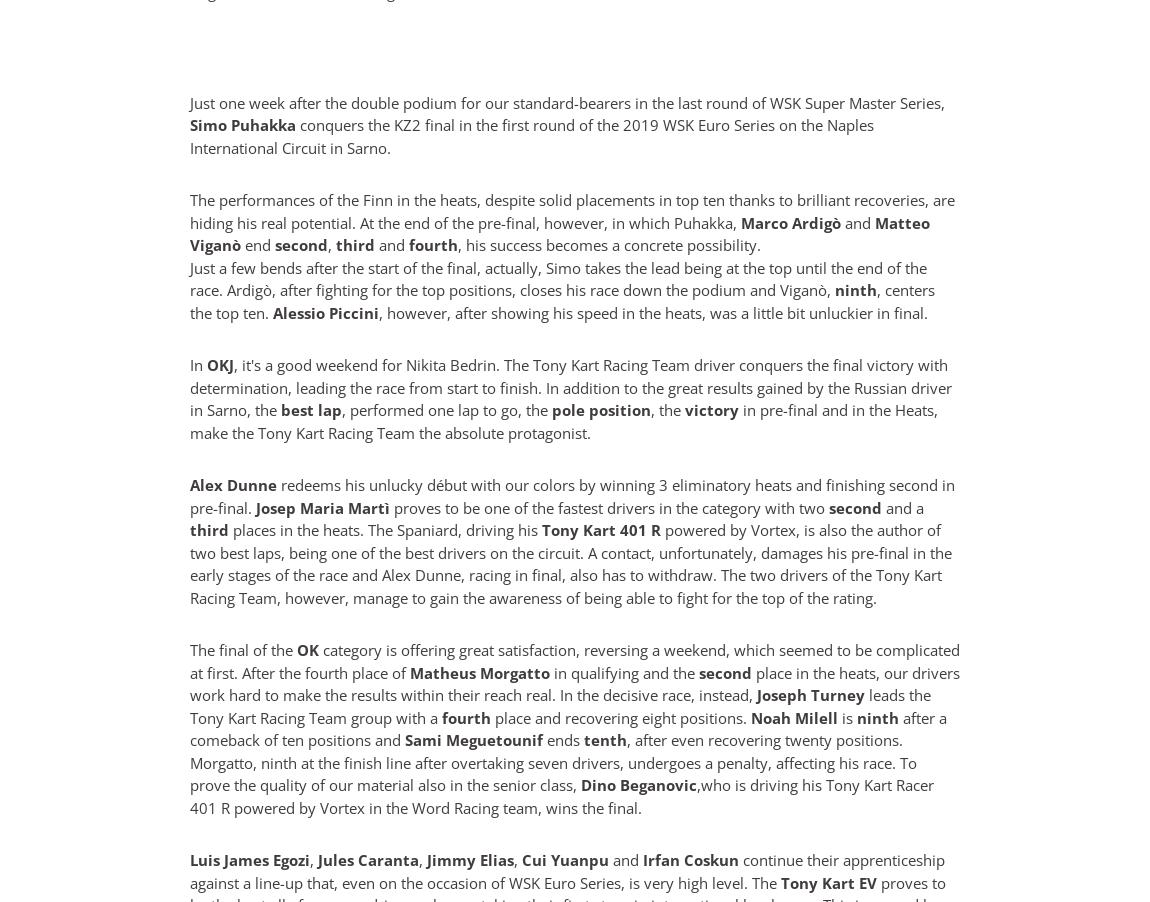  What do you see at coordinates (494, 740) in the screenshot?
I see `'Meguetounif'` at bounding box center [494, 740].